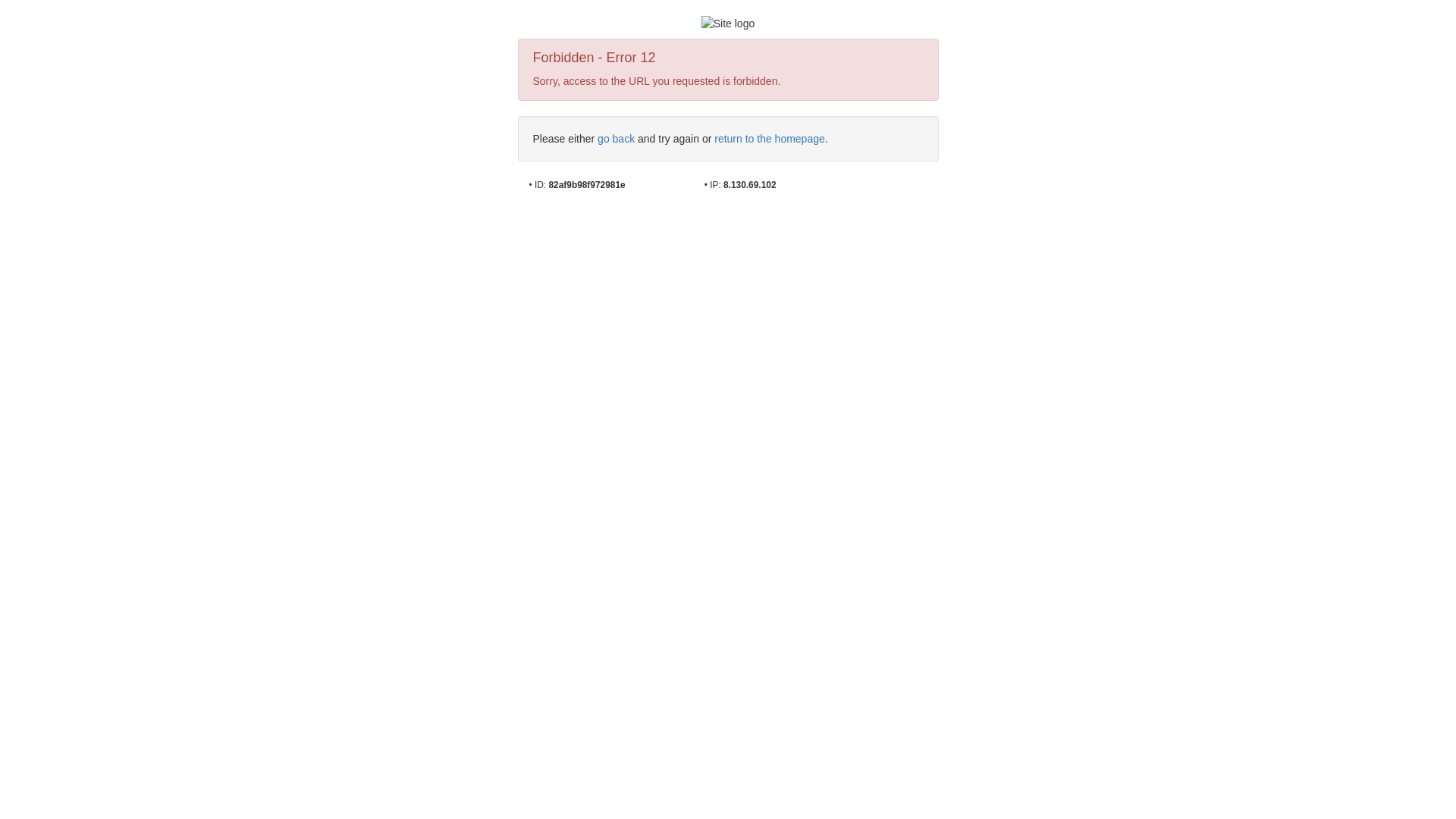 This screenshot has width=1456, height=819. Describe the element at coordinates (769, 138) in the screenshot. I see `'return to the homepage'` at that location.